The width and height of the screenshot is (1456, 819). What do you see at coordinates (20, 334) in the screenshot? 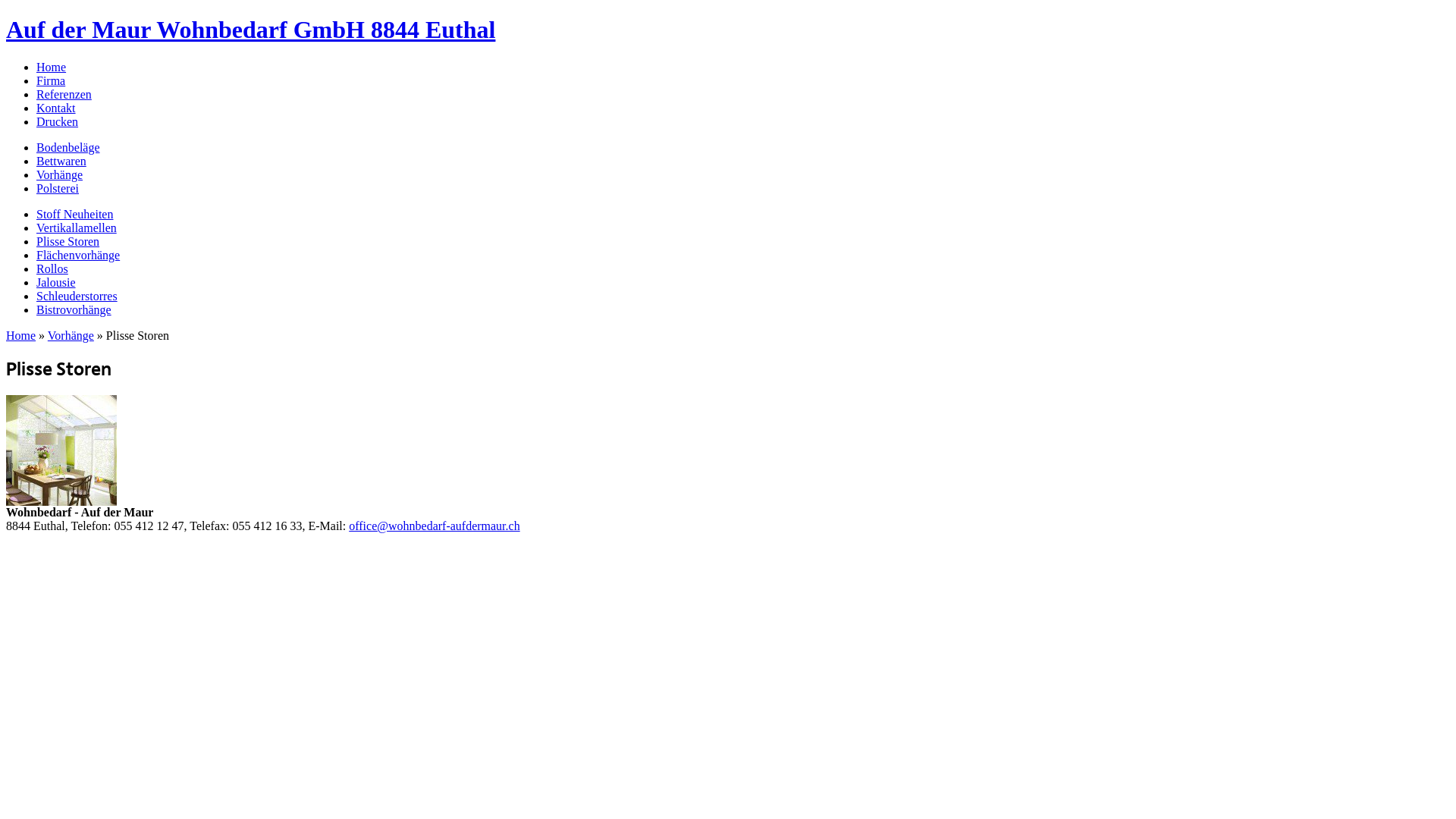
I see `'Home'` at bounding box center [20, 334].